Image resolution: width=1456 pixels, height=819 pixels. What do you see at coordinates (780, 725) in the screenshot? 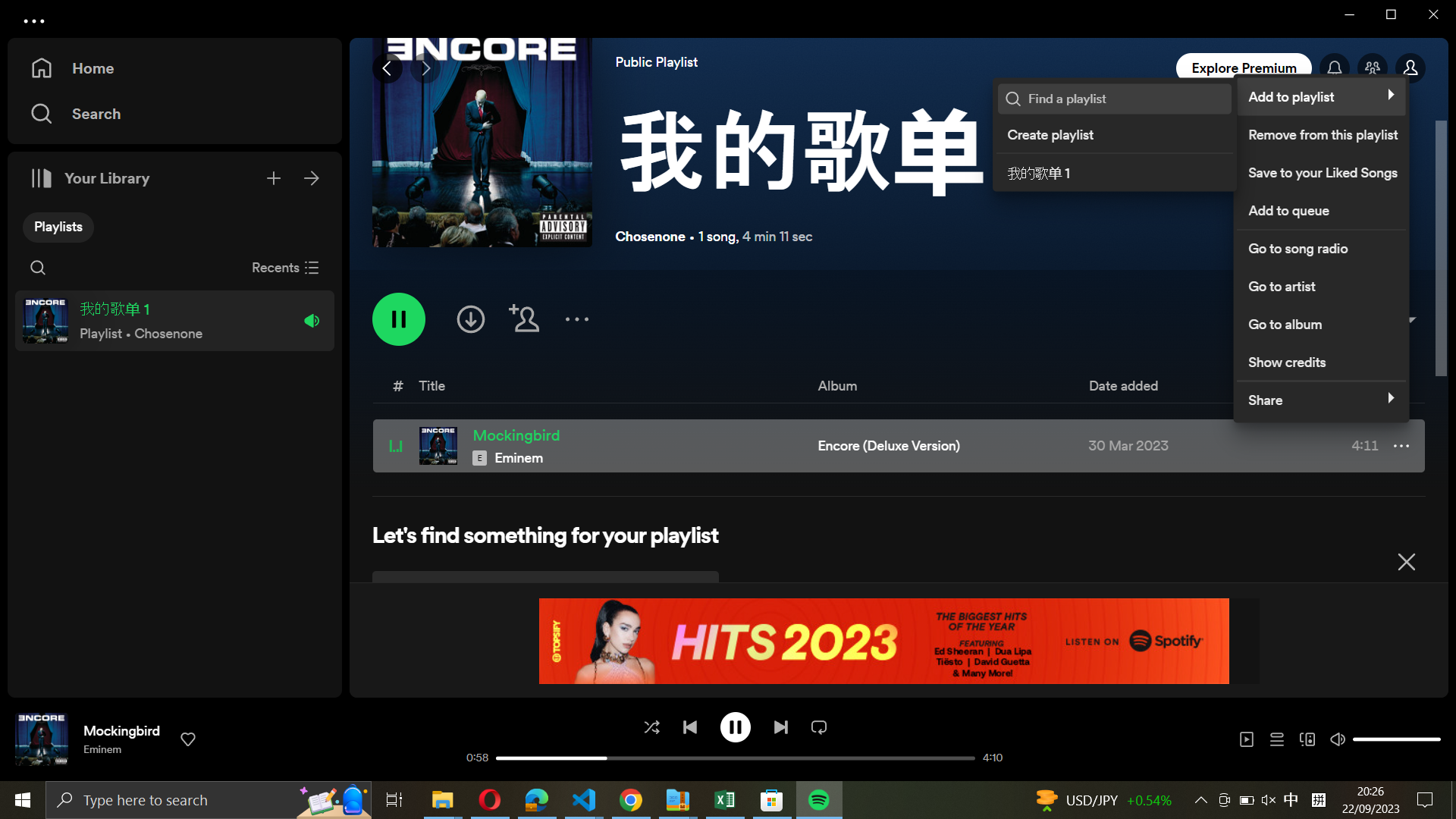
I see `Reach the final part of the song` at bounding box center [780, 725].